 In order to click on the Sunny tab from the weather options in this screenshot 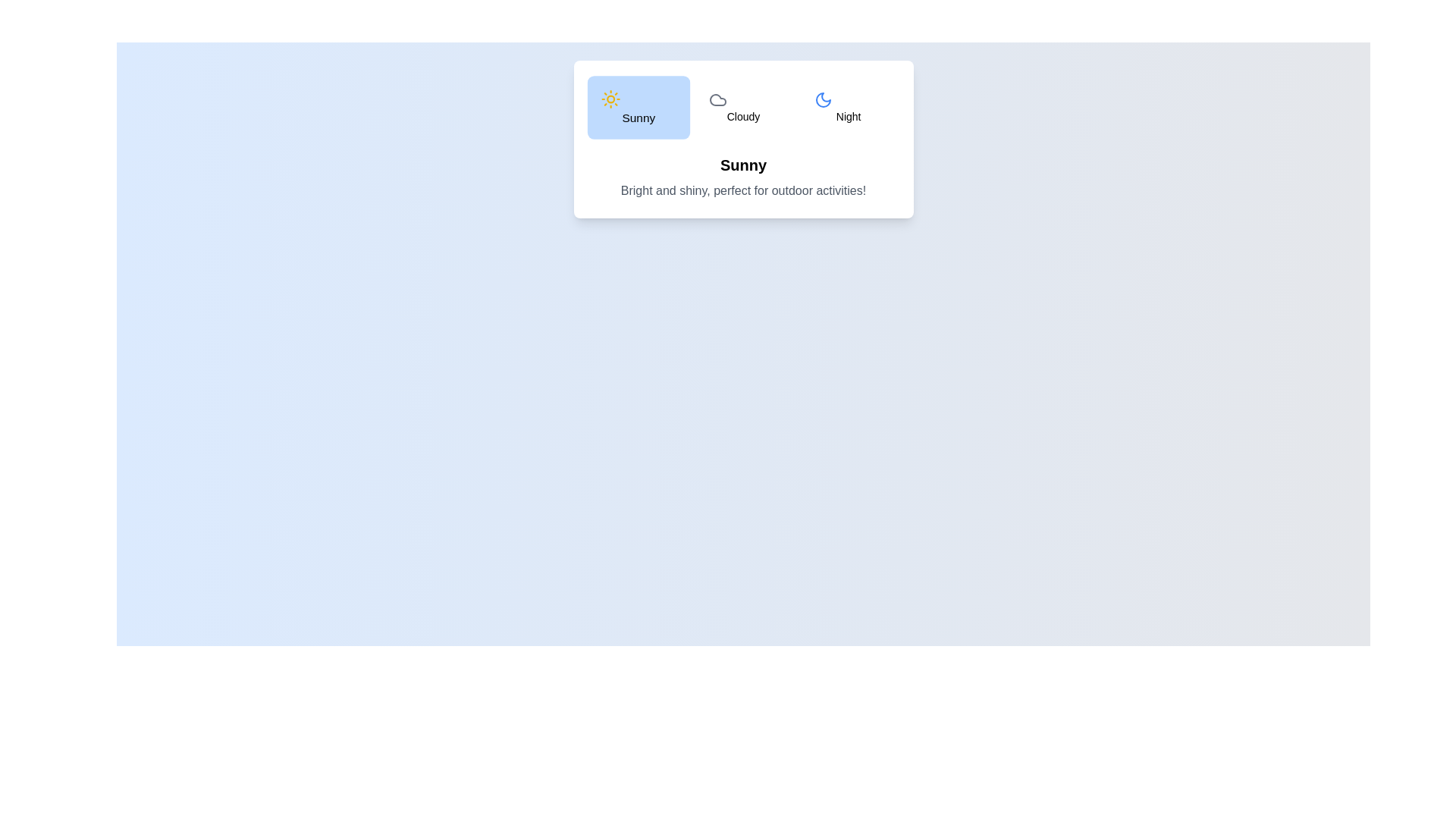, I will do `click(638, 107)`.